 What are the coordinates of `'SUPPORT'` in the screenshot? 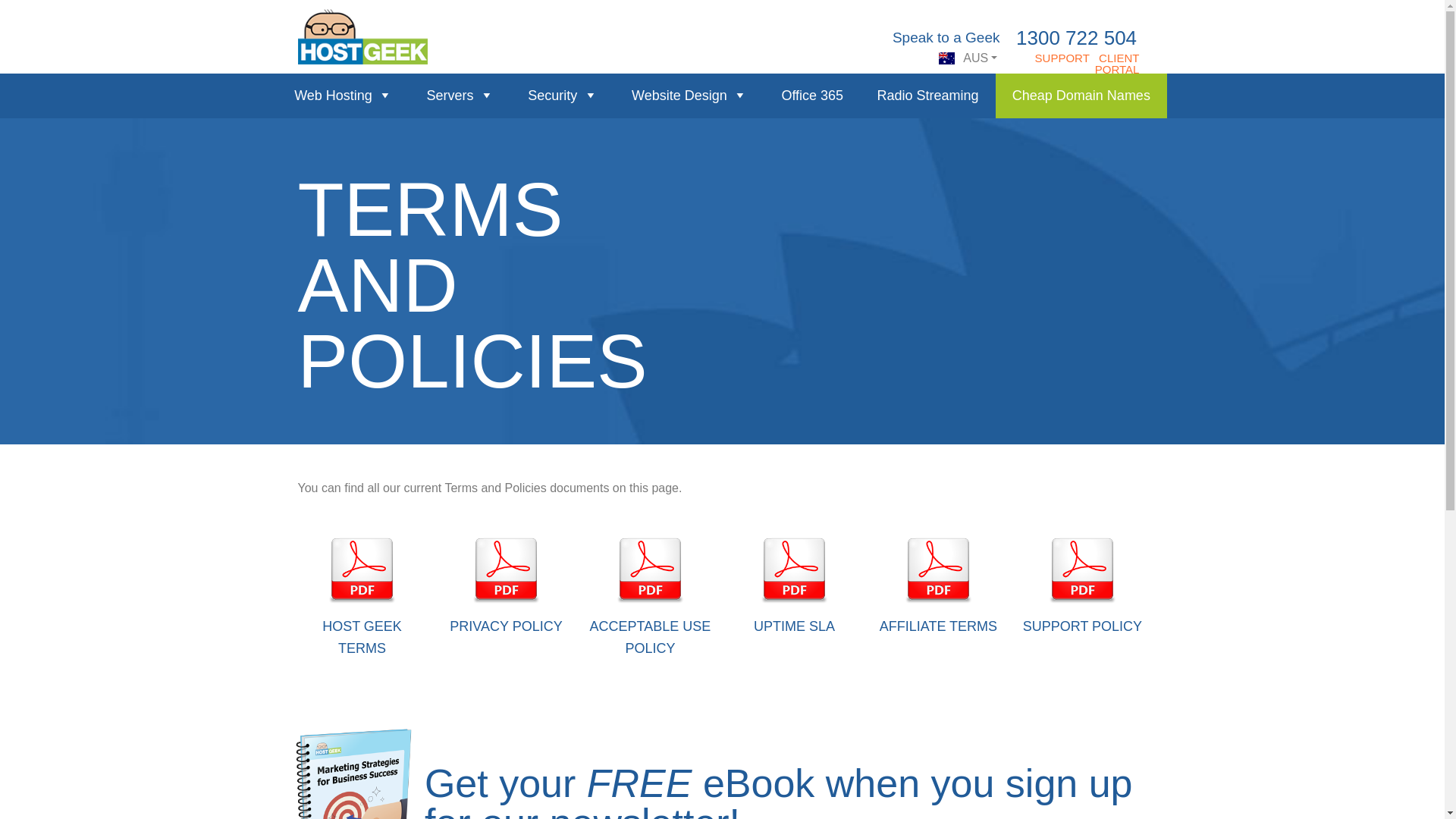 It's located at (1062, 57).